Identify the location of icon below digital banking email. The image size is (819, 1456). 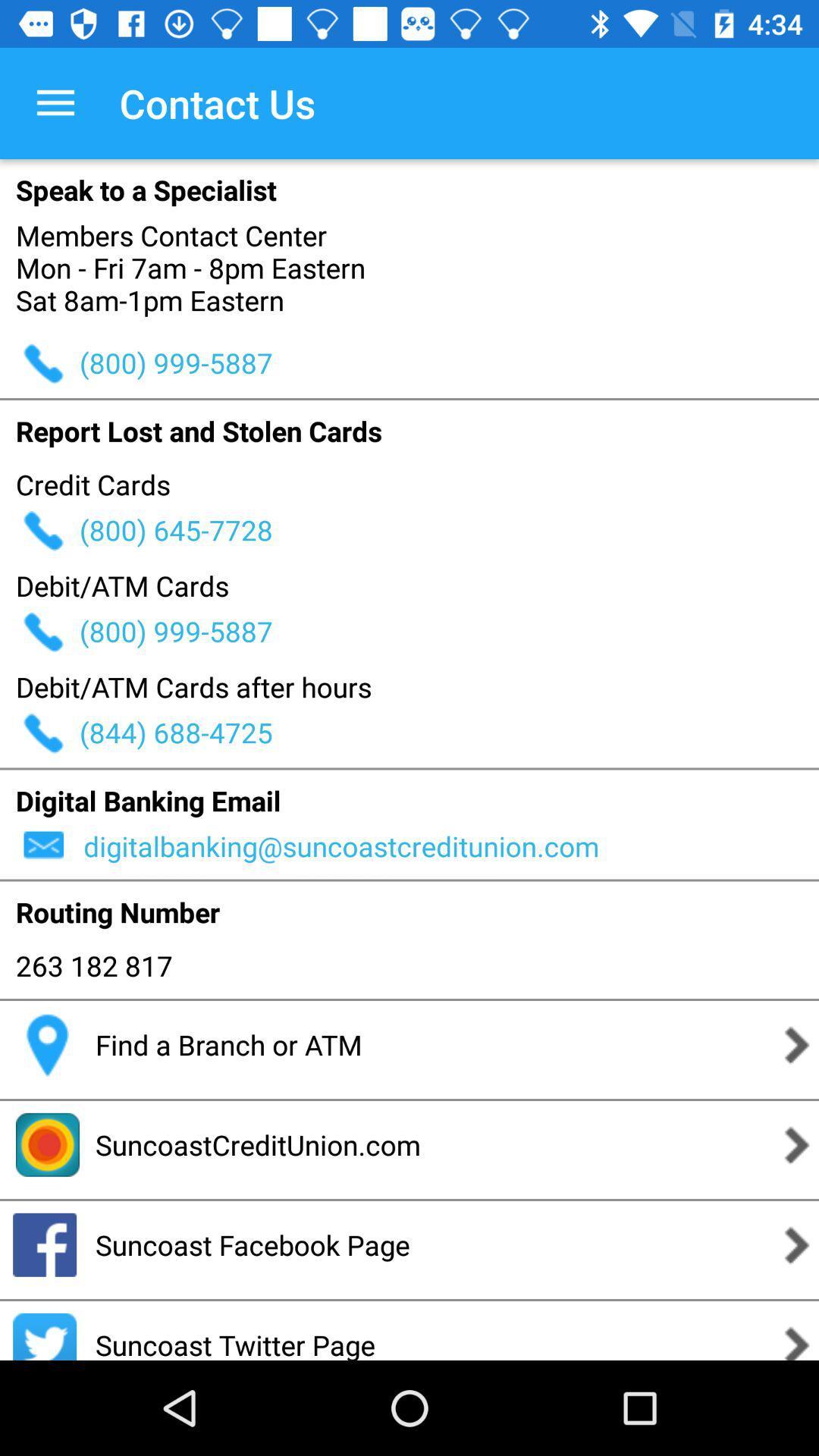
(448, 846).